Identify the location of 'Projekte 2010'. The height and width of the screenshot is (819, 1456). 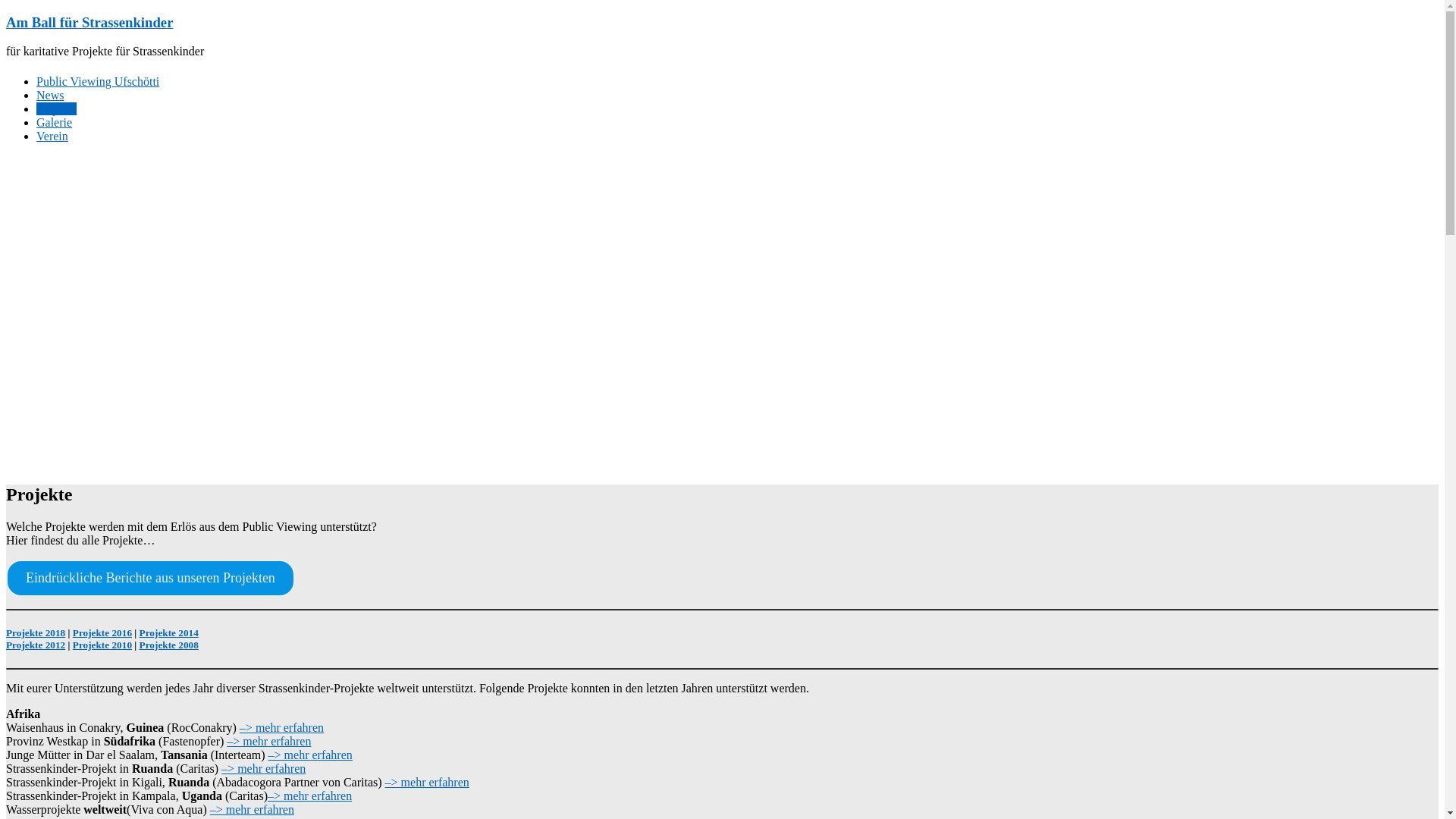
(101, 645).